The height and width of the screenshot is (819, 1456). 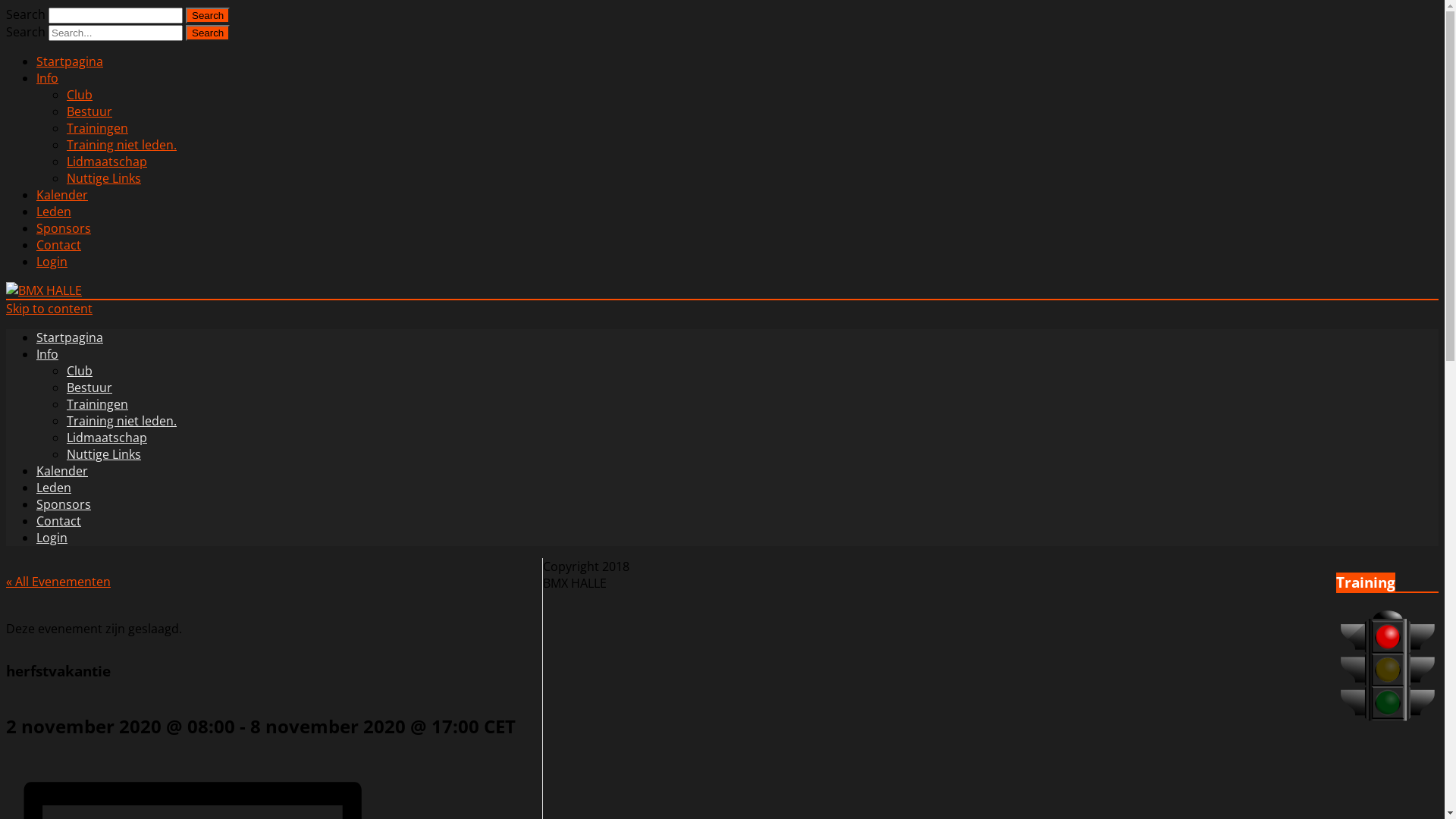 What do you see at coordinates (68, 336) in the screenshot?
I see `'Startpagina'` at bounding box center [68, 336].